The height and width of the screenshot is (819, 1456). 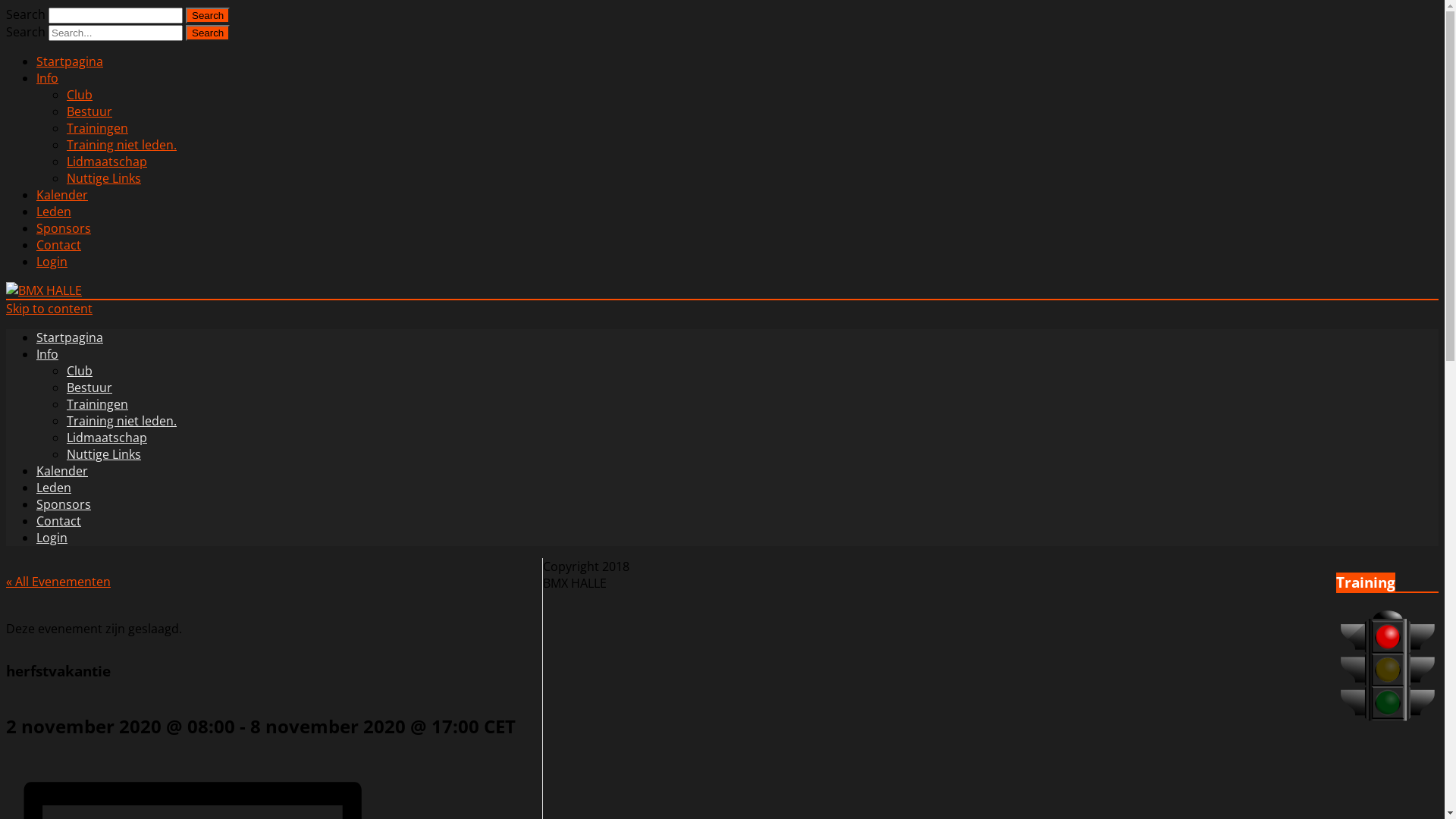 What do you see at coordinates (68, 336) in the screenshot?
I see `'Startpagina'` at bounding box center [68, 336].